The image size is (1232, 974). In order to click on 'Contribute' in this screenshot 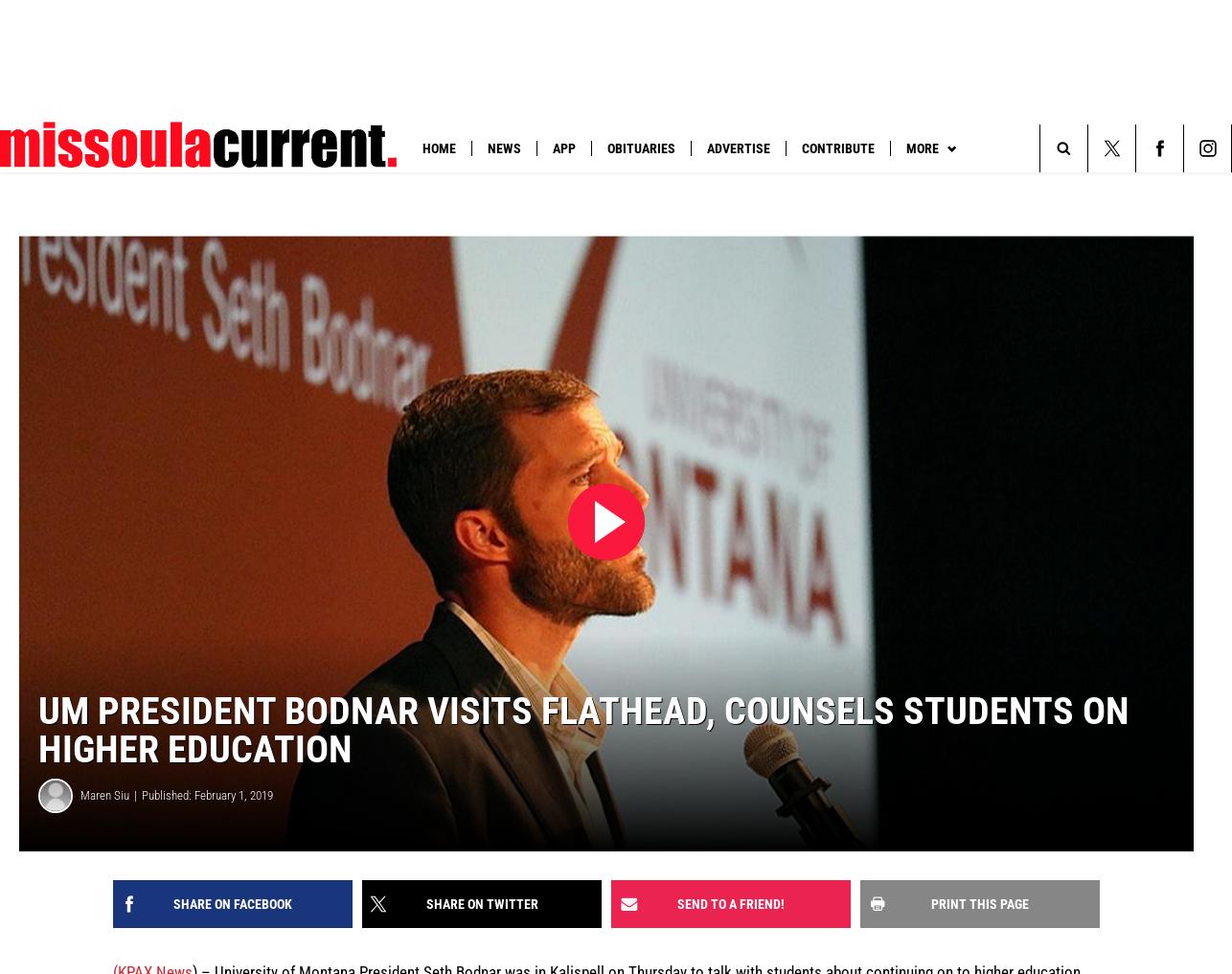, I will do `click(802, 147)`.